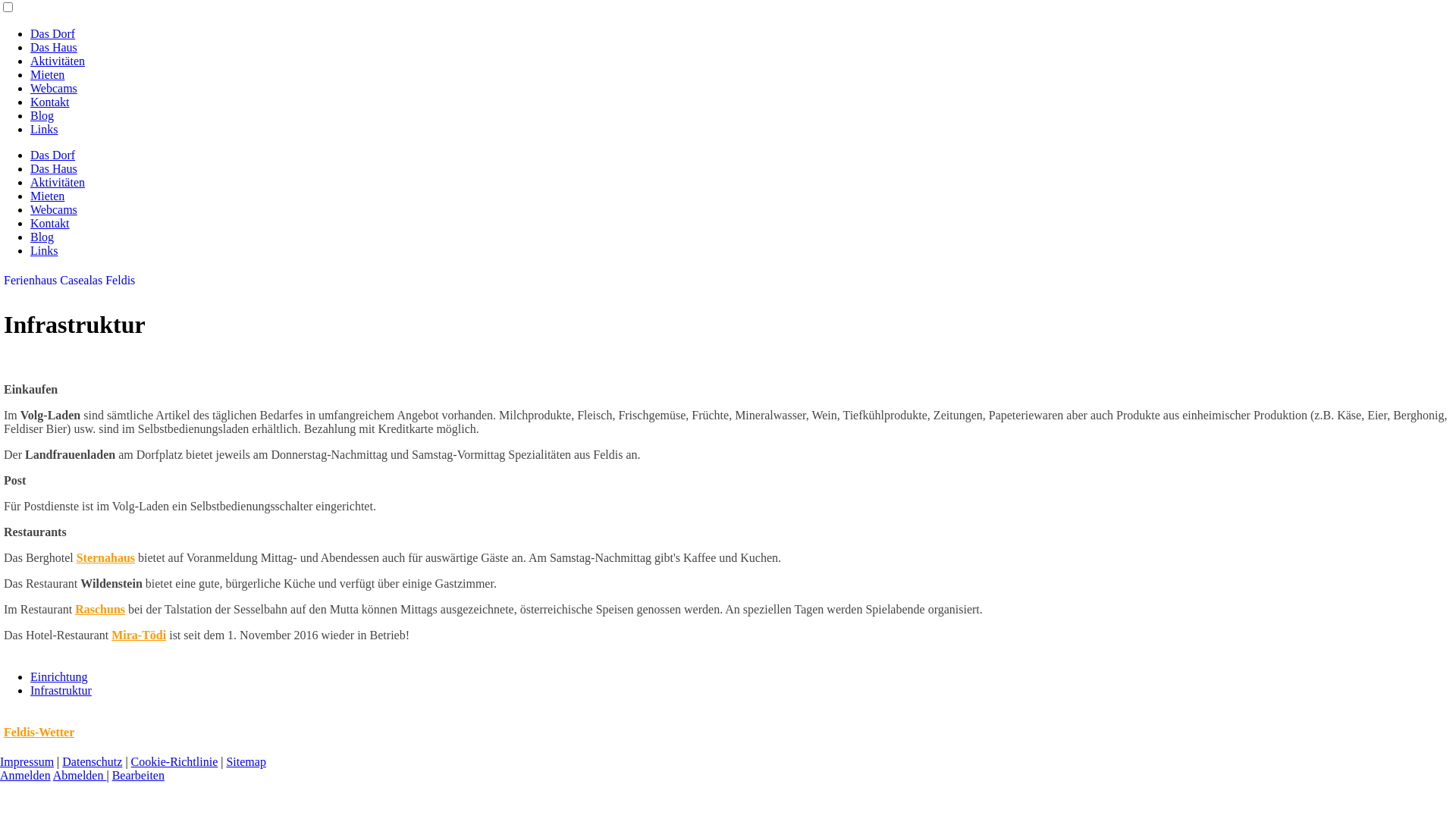  Describe the element at coordinates (3, 731) in the screenshot. I see `'Feldis-Wetter'` at that location.